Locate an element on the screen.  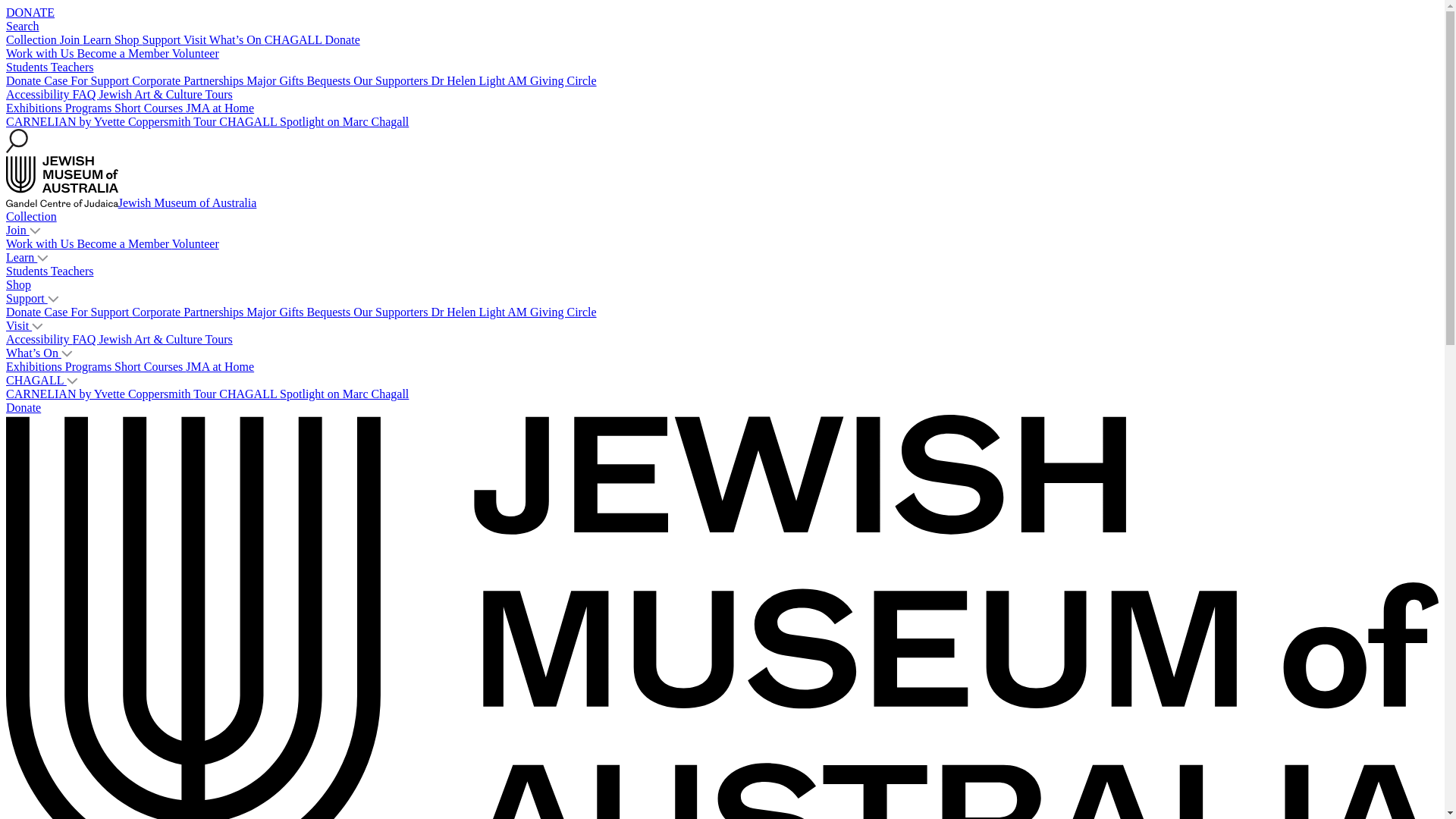
'CHAGALL' is located at coordinates (265, 39).